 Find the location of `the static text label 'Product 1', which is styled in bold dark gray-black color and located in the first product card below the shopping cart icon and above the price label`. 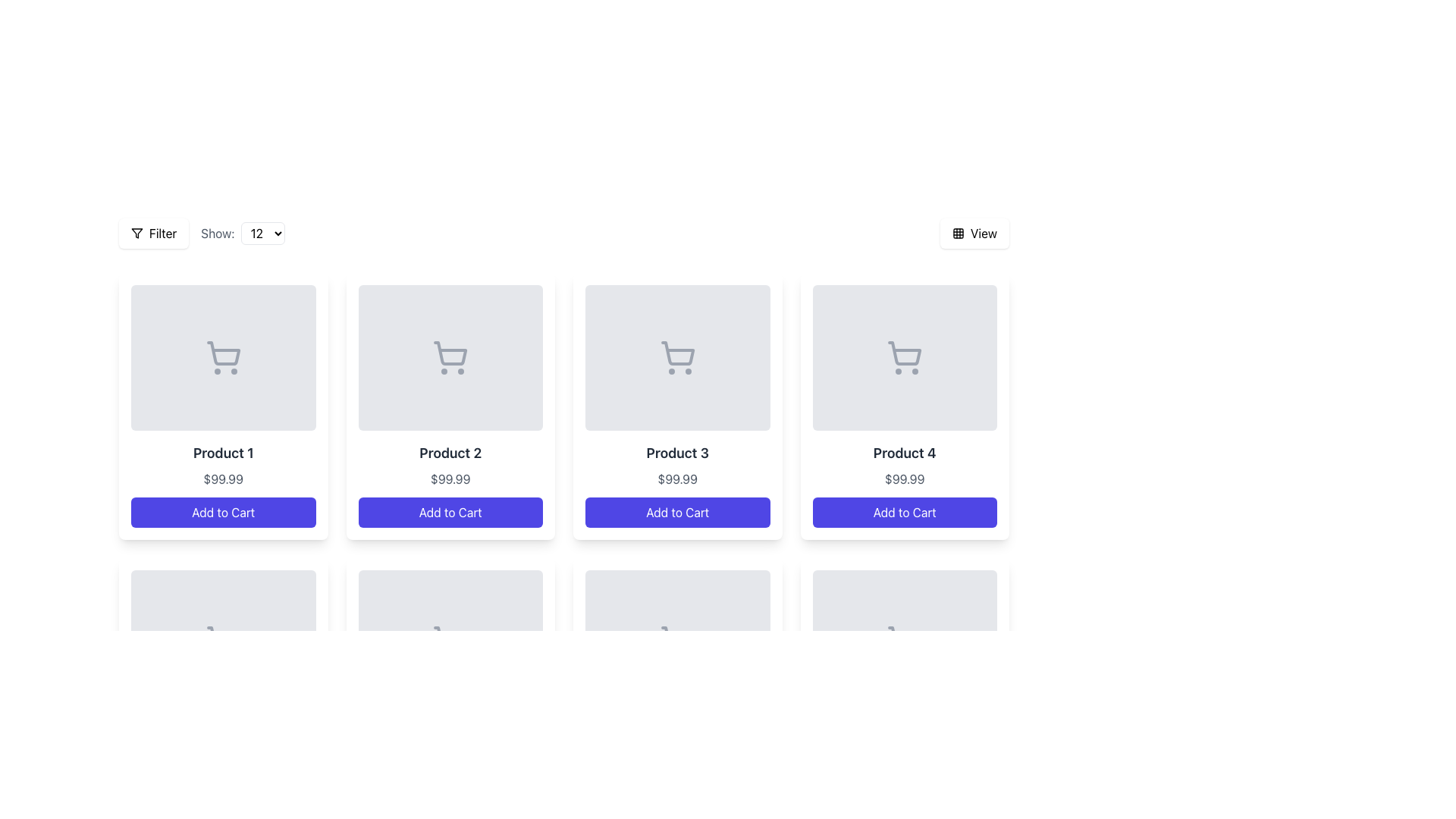

the static text label 'Product 1', which is styled in bold dark gray-black color and located in the first product card below the shopping cart icon and above the price label is located at coordinates (222, 452).